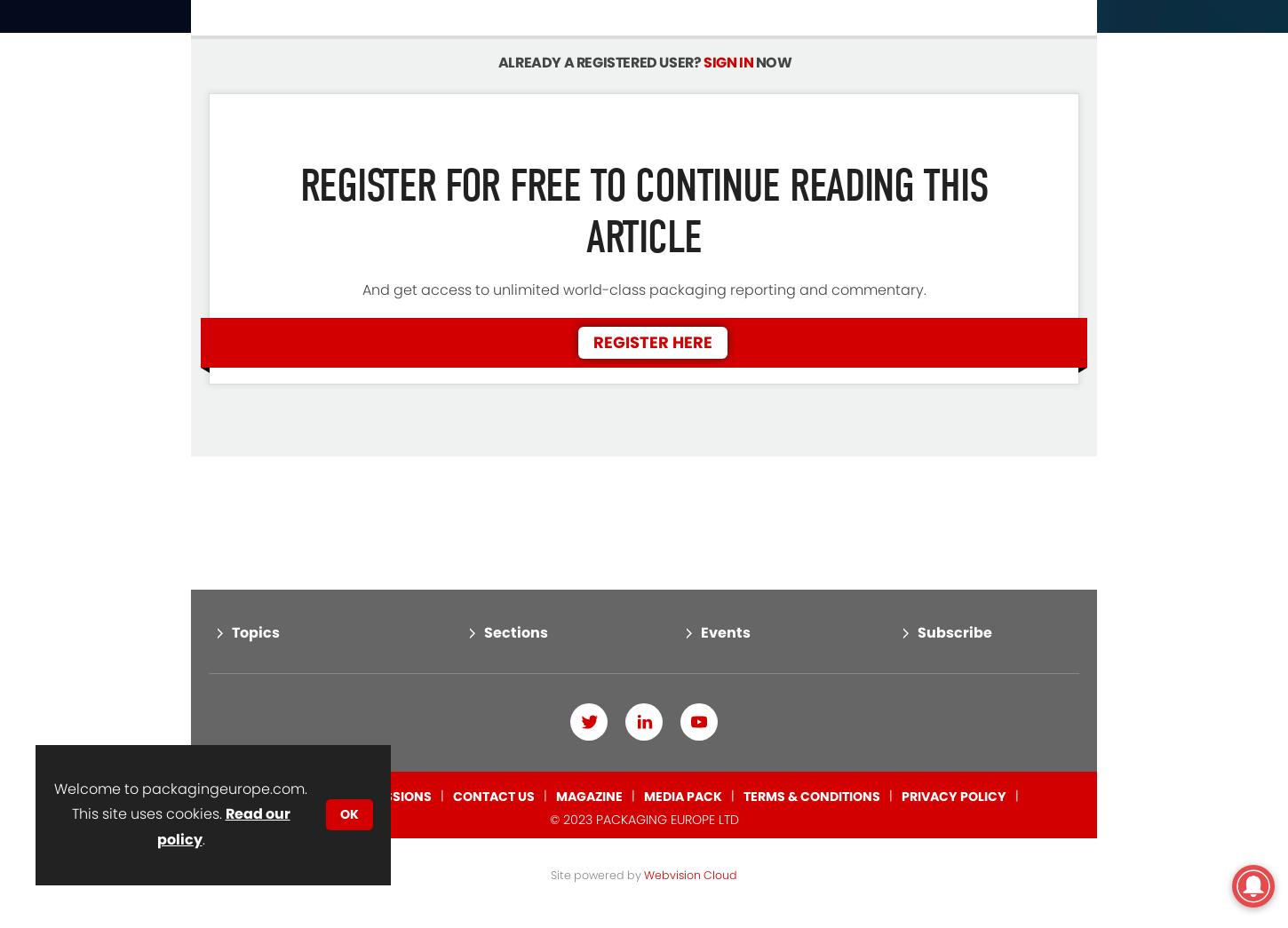 This screenshot has width=1288, height=928. Describe the element at coordinates (953, 721) in the screenshot. I see `'Privacy Policy'` at that location.